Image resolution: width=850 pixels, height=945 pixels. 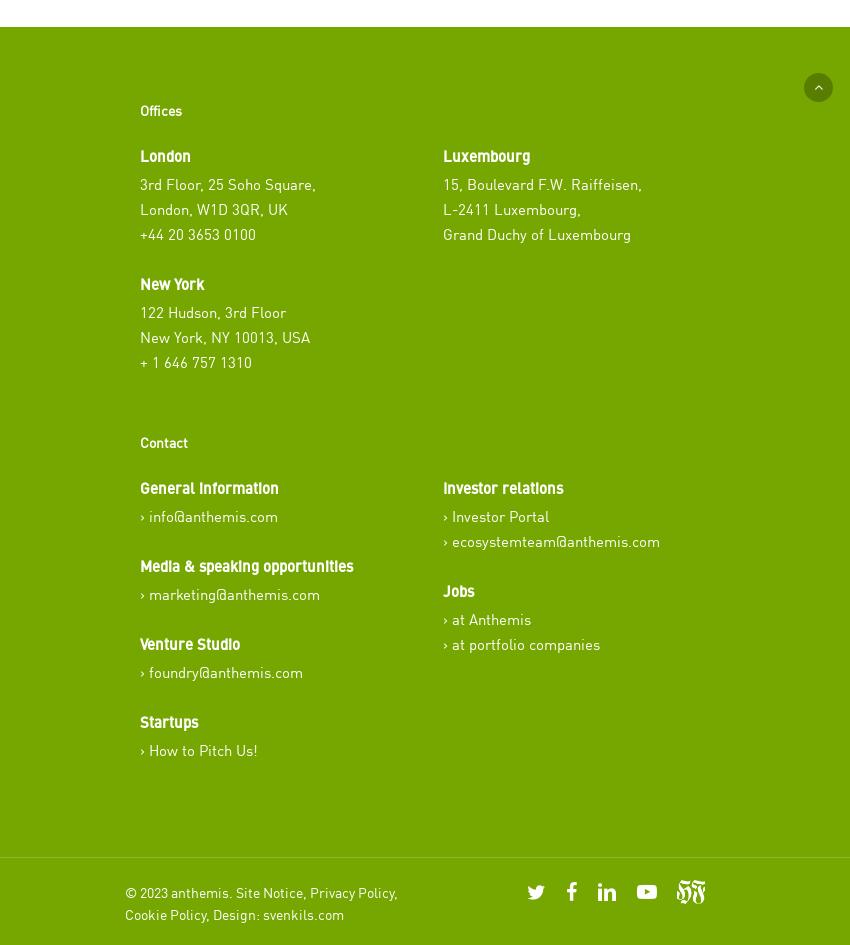 I want to click on 'Contact', so click(x=163, y=441).